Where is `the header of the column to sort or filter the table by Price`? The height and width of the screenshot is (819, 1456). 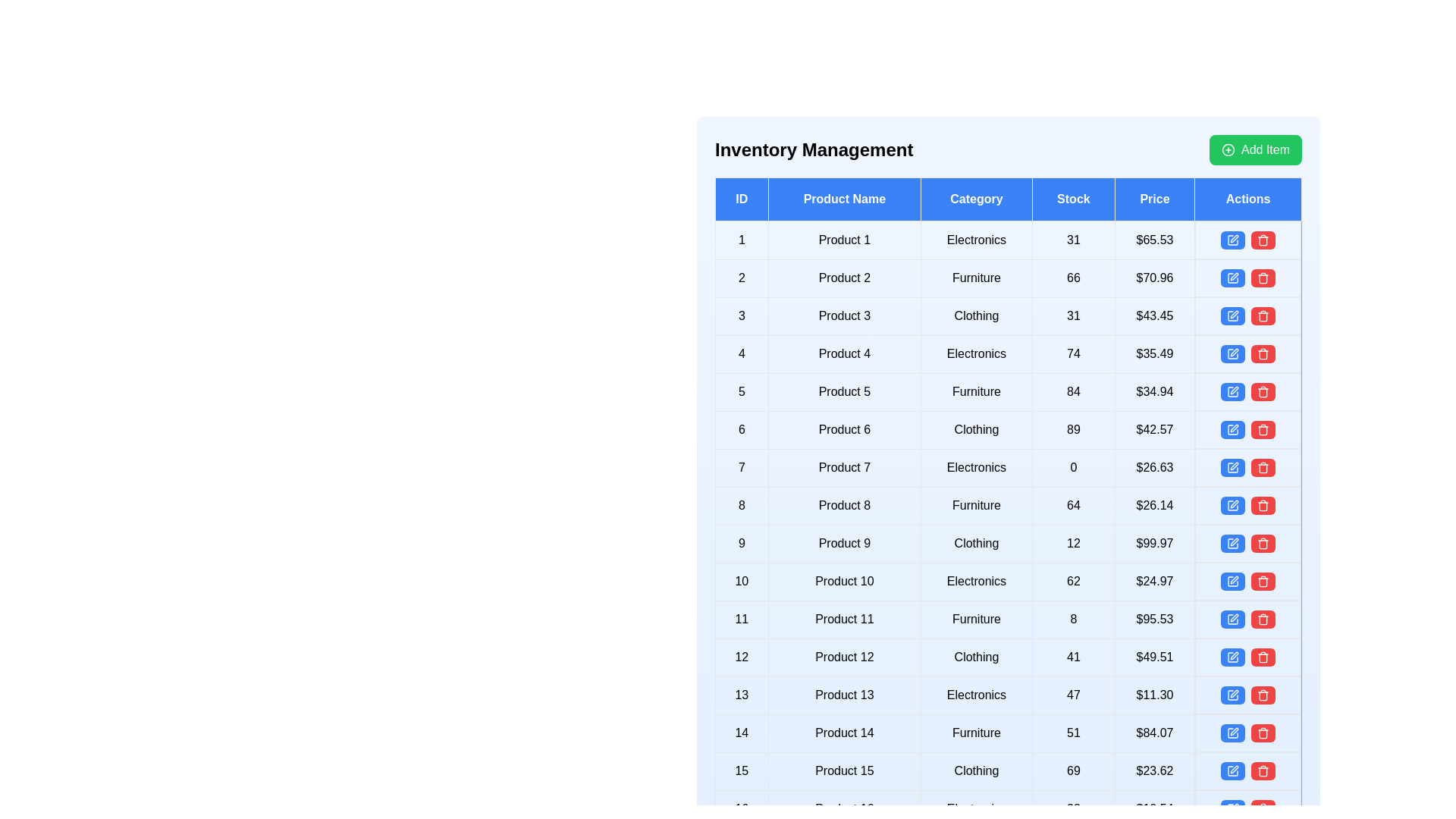 the header of the column to sort or filter the table by Price is located at coordinates (1153, 198).